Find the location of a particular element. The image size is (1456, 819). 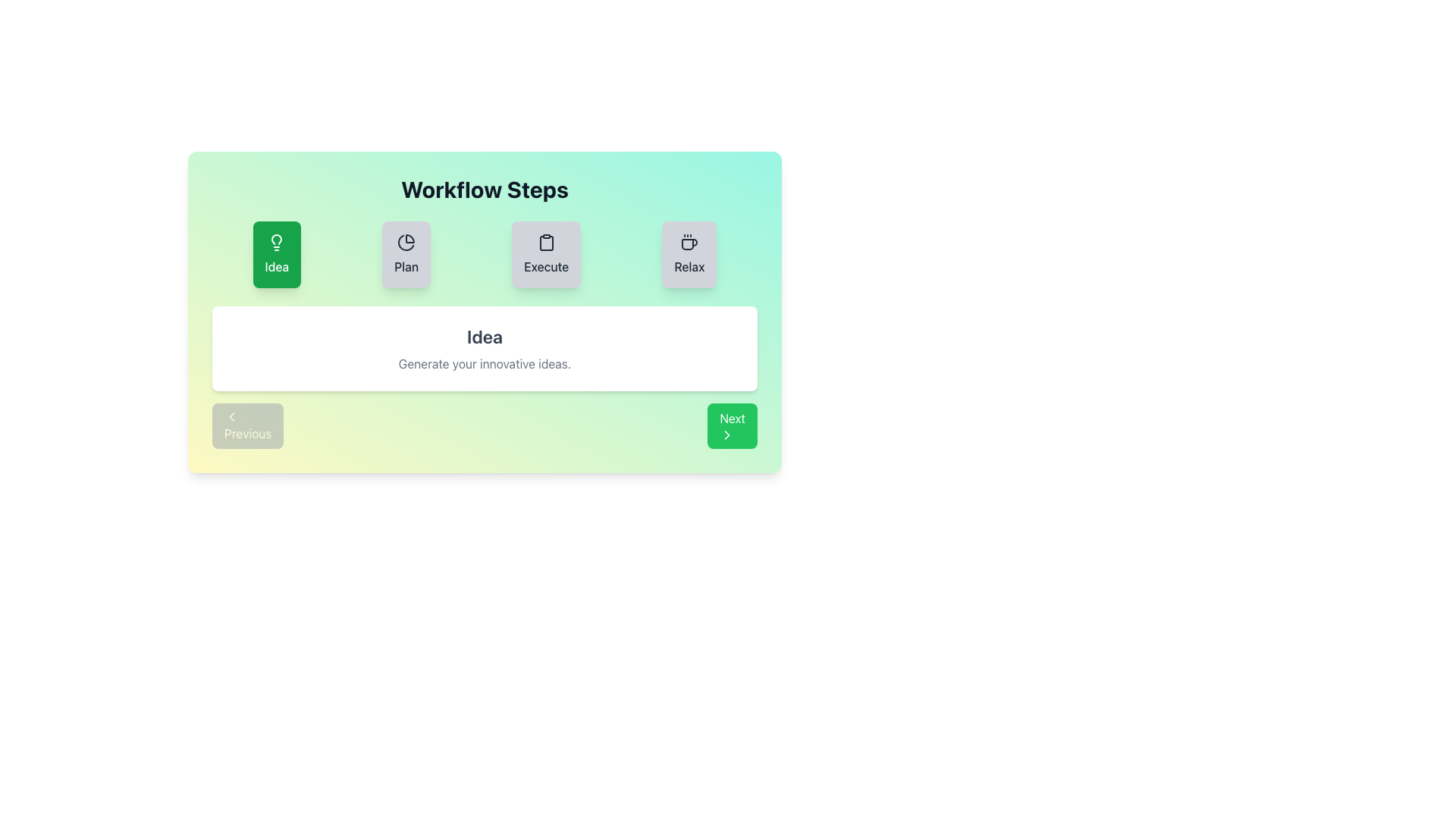

the text label that indicates the functionality of the idea stage in the workflow steps, located at the top-left area of the interface is located at coordinates (277, 265).